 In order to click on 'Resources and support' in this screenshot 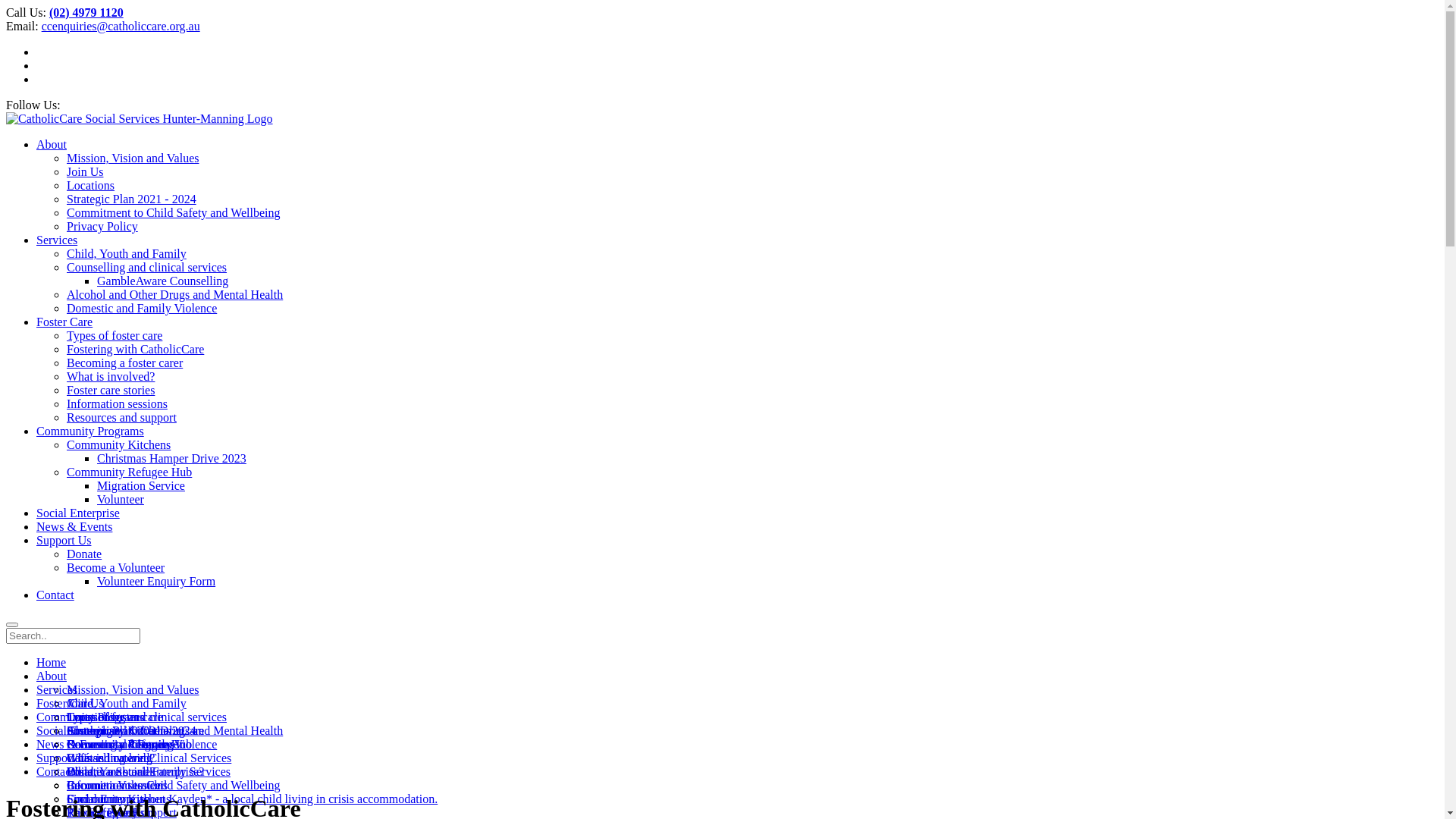, I will do `click(121, 417)`.